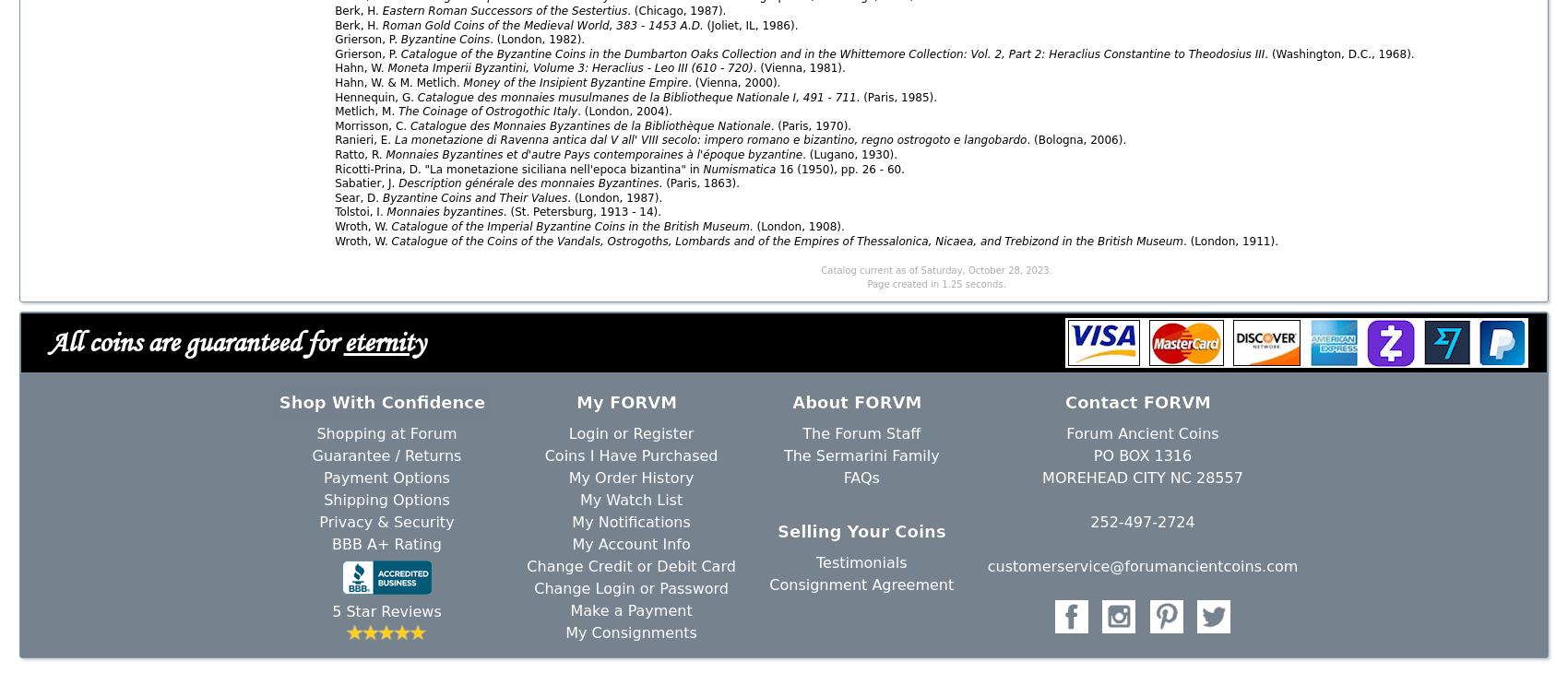  What do you see at coordinates (386, 212) in the screenshot?
I see `'Monnaies byzantines'` at bounding box center [386, 212].